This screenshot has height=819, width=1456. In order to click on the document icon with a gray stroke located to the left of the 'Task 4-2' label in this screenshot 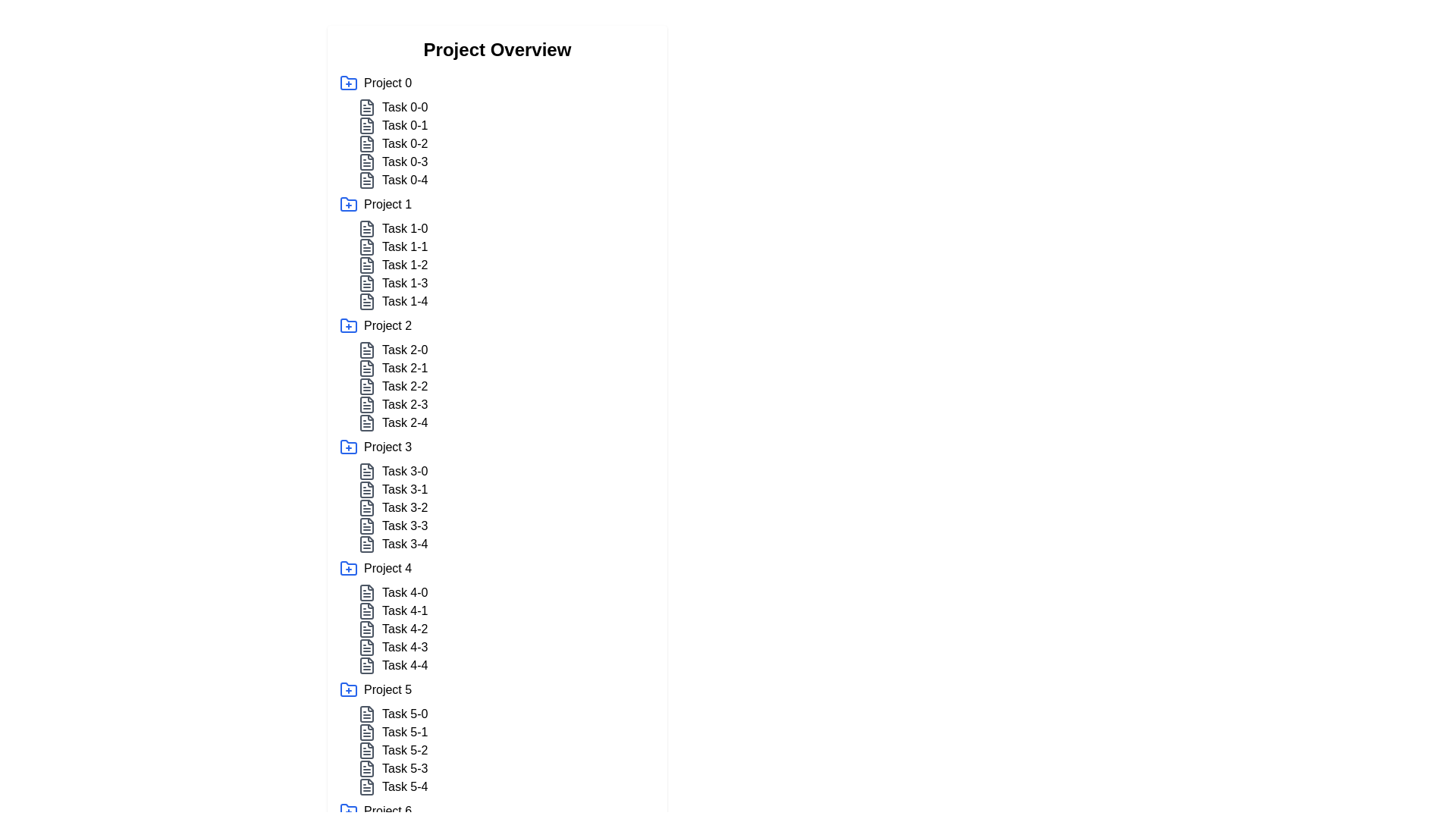, I will do `click(367, 629)`.